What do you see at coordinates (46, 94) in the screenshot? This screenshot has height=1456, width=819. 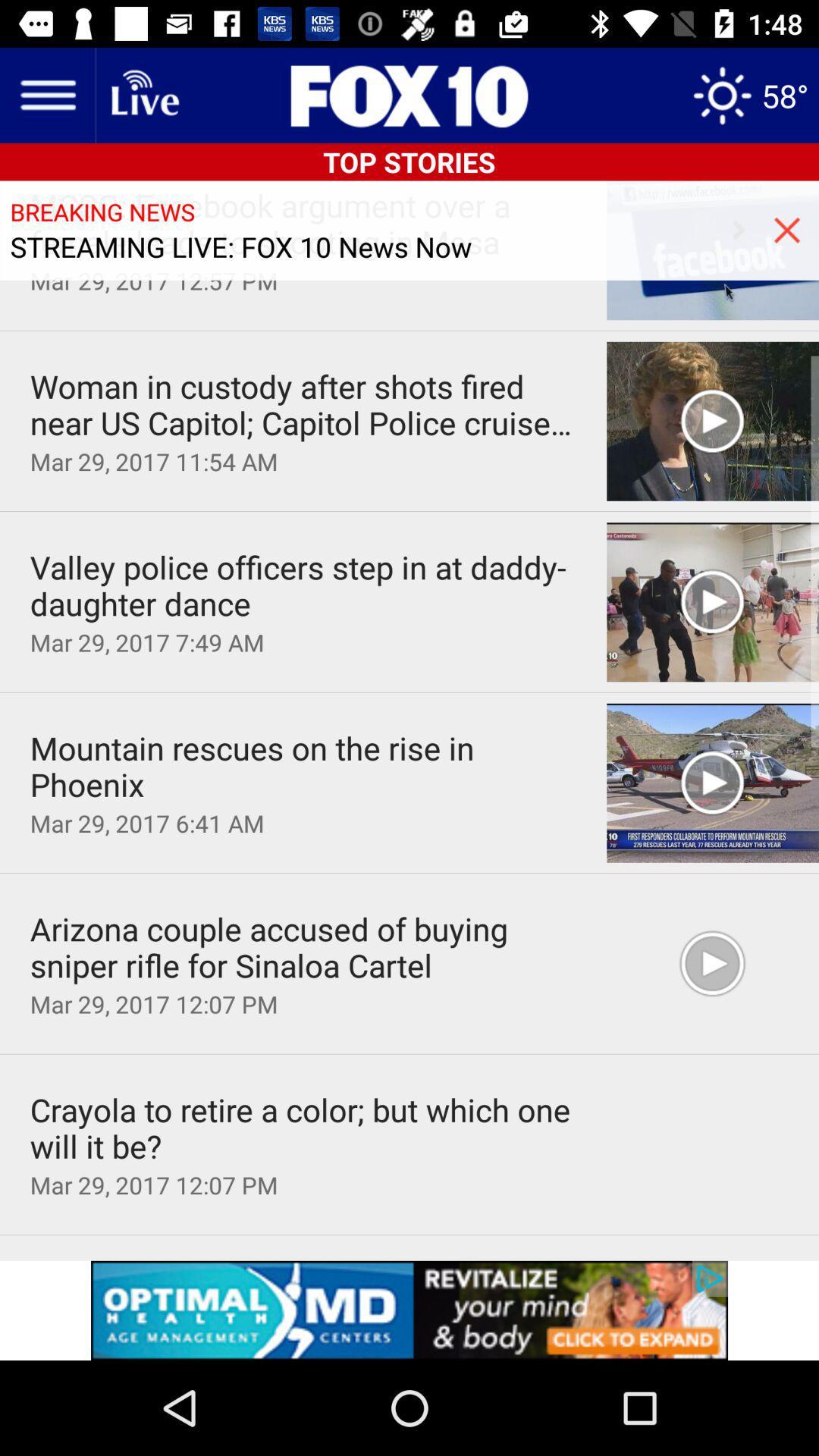 I see `the menu icon` at bounding box center [46, 94].